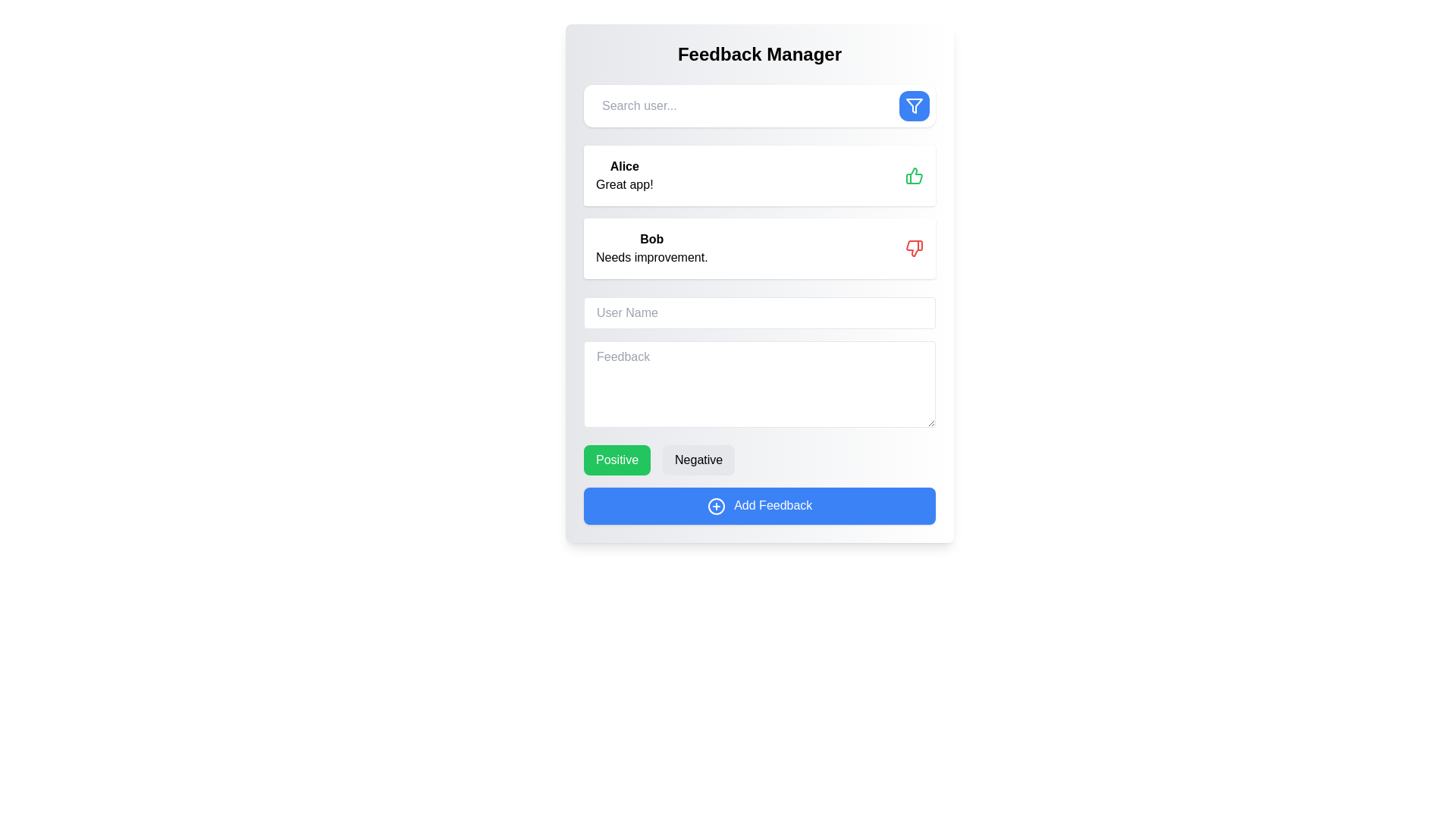  I want to click on the negative sentiment button located to the right of the green 'Positive' button, so click(698, 459).